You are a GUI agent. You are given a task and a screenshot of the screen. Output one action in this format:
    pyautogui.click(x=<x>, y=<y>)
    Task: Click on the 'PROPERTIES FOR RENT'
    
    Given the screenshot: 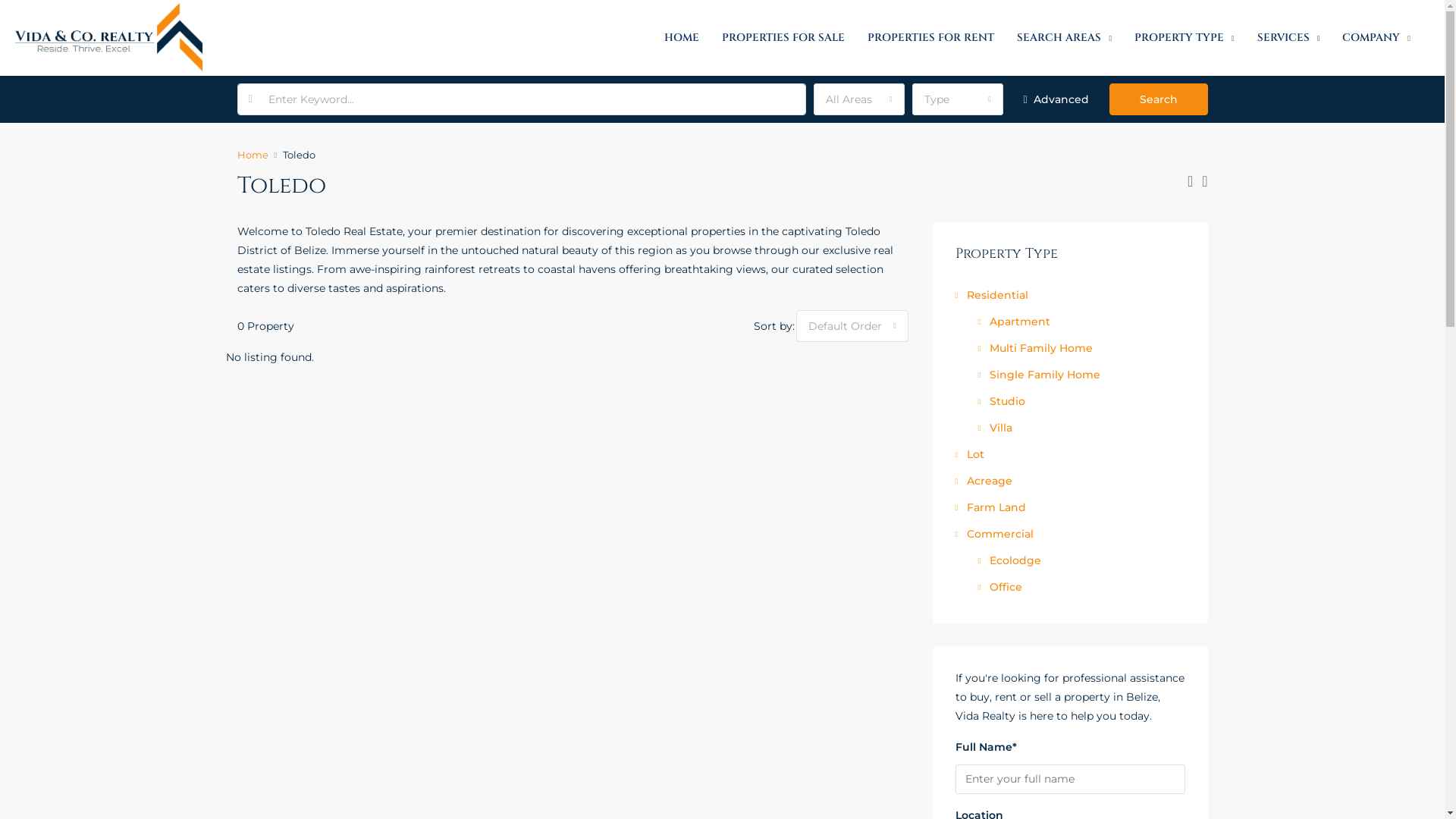 What is the action you would take?
    pyautogui.click(x=930, y=37)
    